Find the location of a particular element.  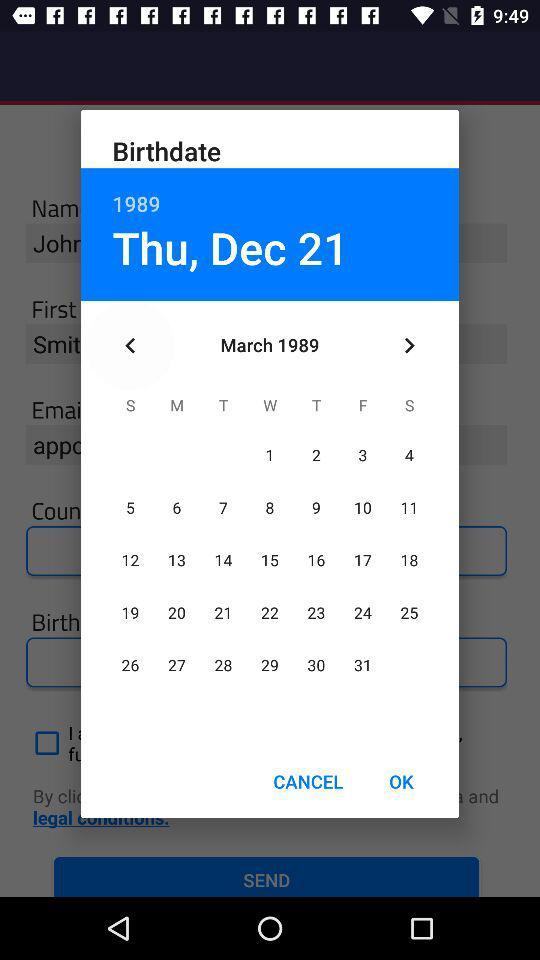

icon below the thu, dec 21 item is located at coordinates (130, 345).